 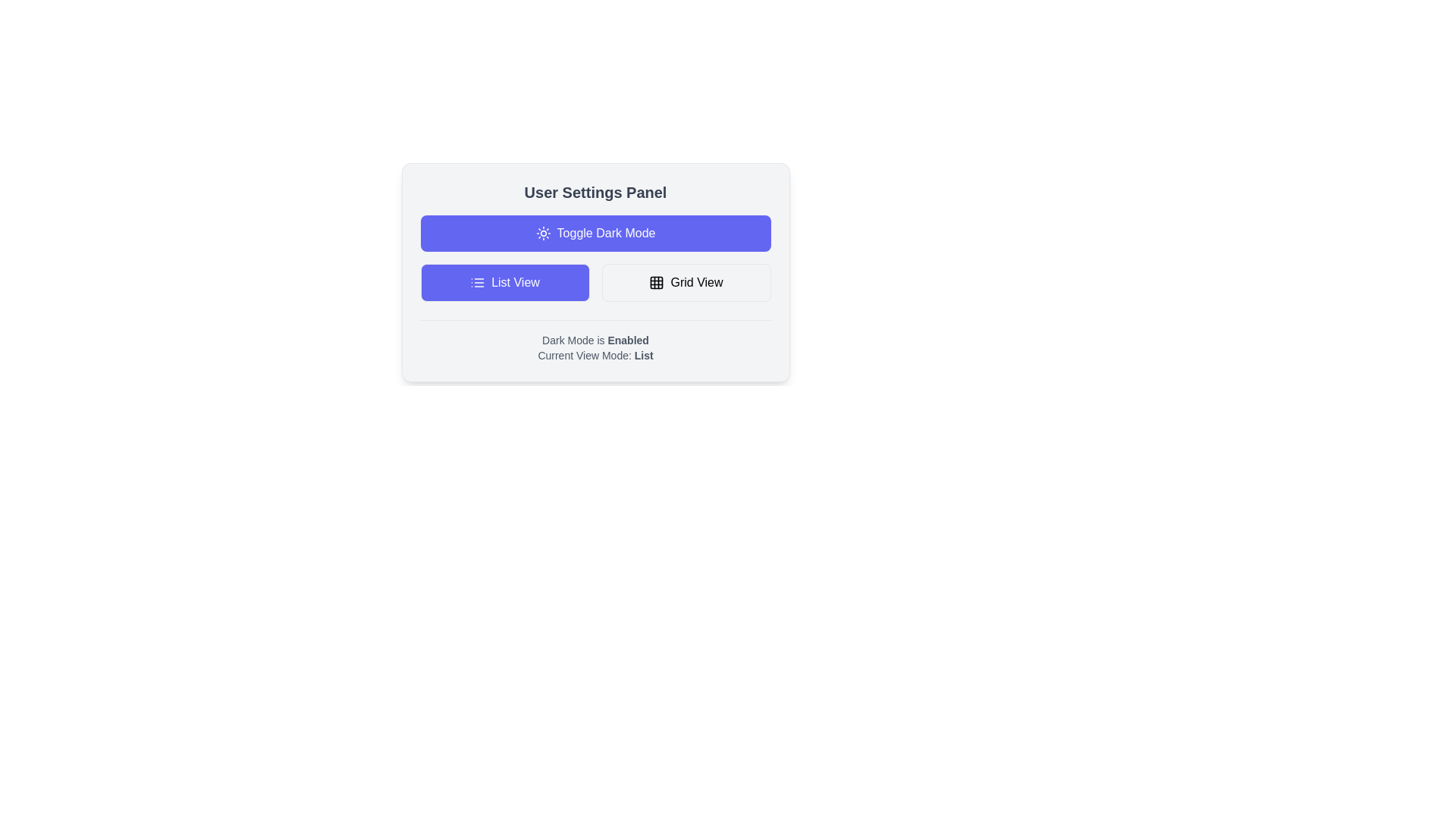 What do you see at coordinates (686, 283) in the screenshot?
I see `the button that switches the view mode` at bounding box center [686, 283].